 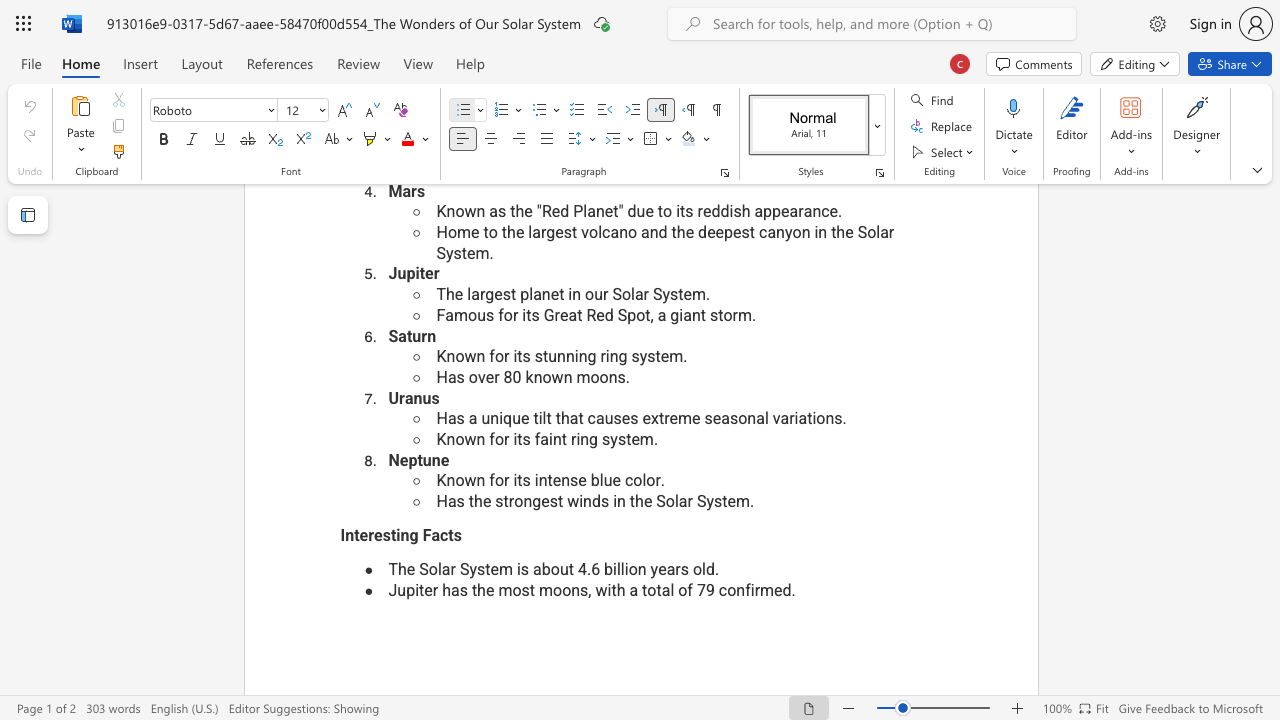 What do you see at coordinates (648, 589) in the screenshot?
I see `the space between the continuous character "t" and "o" in the text` at bounding box center [648, 589].